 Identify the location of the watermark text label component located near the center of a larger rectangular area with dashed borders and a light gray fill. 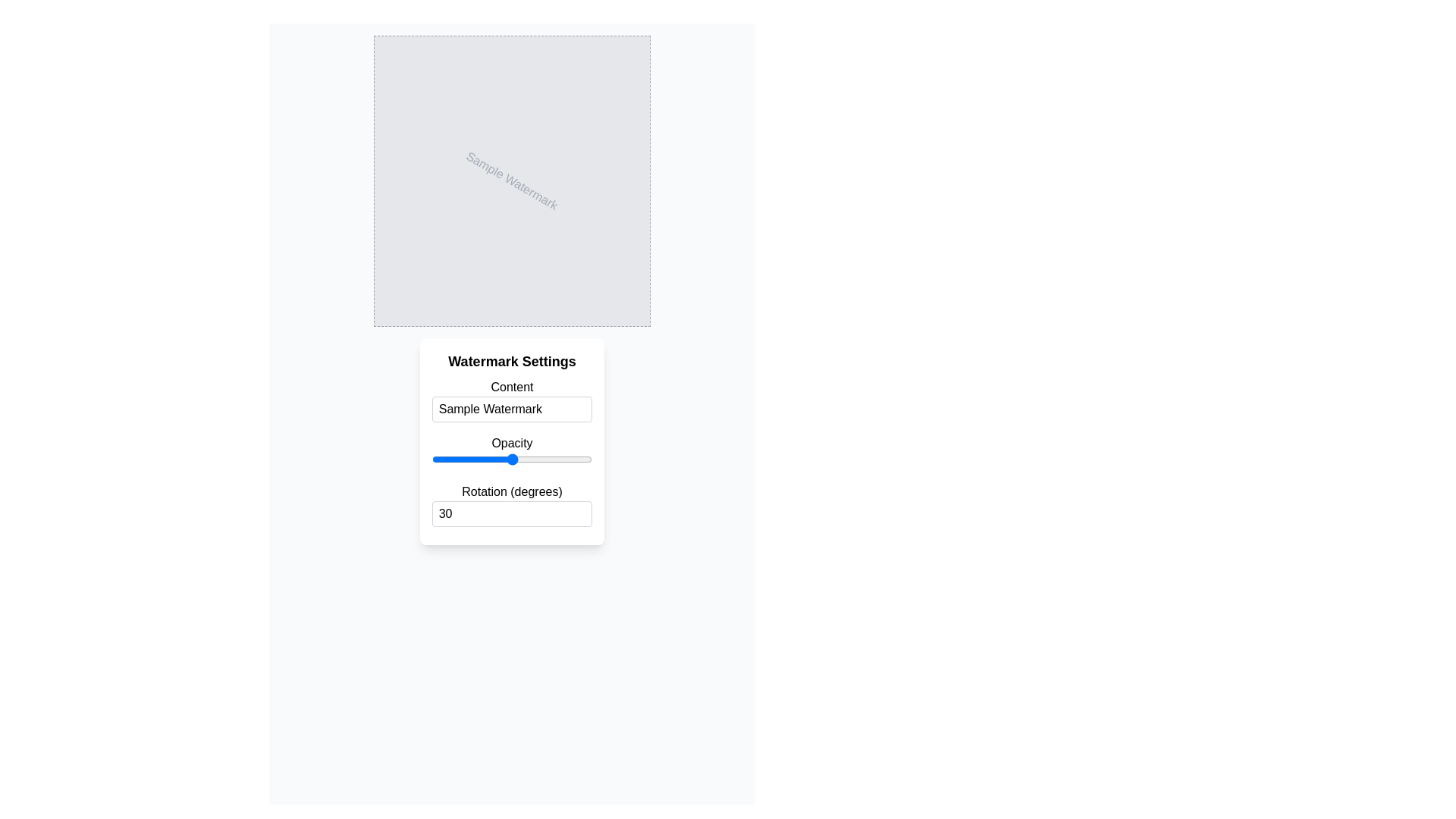
(512, 180).